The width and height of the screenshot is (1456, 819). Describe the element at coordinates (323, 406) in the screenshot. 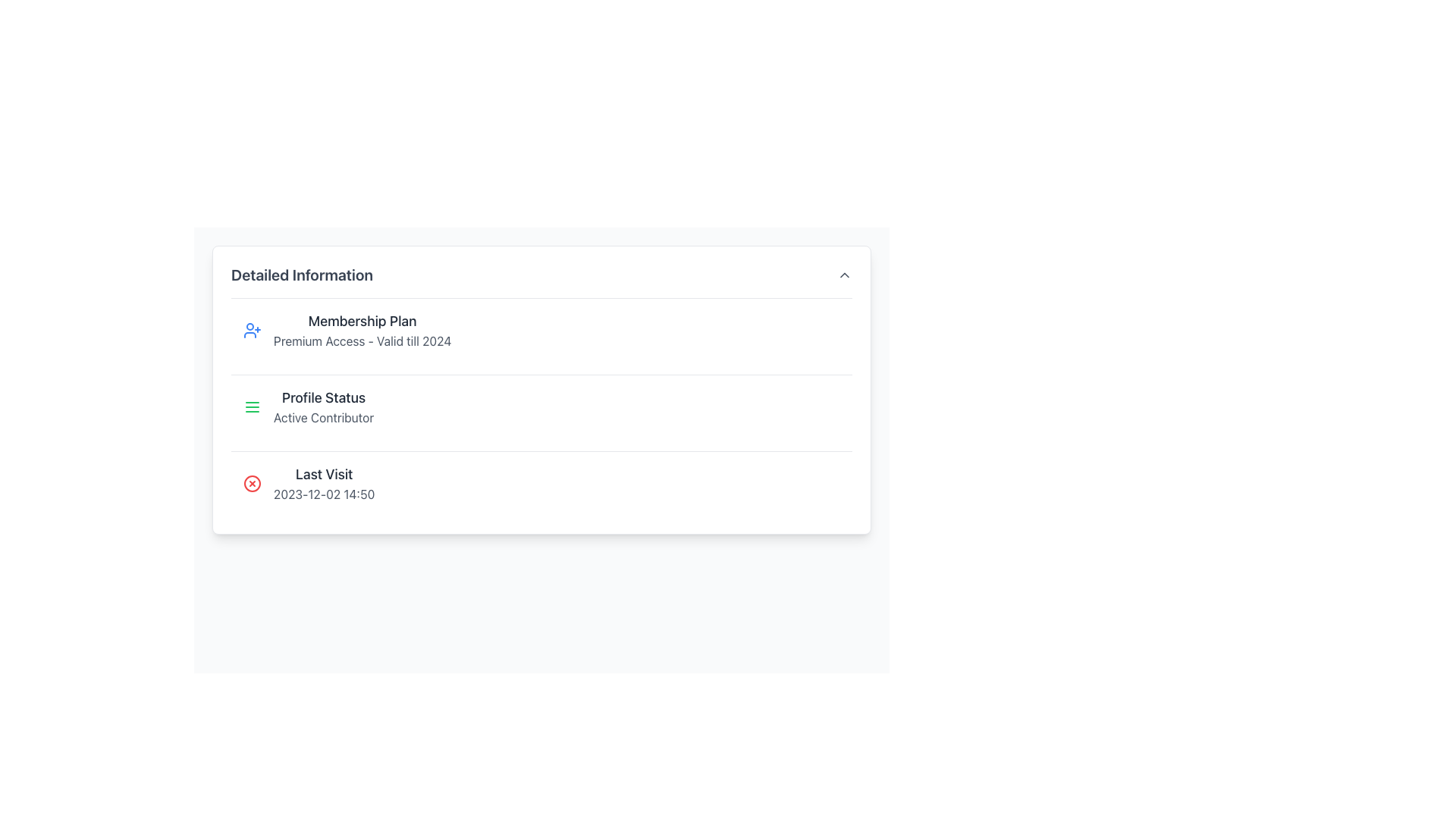

I see `the text label displaying the current profile status of the user, located in the middle row of the detailed information card` at that location.